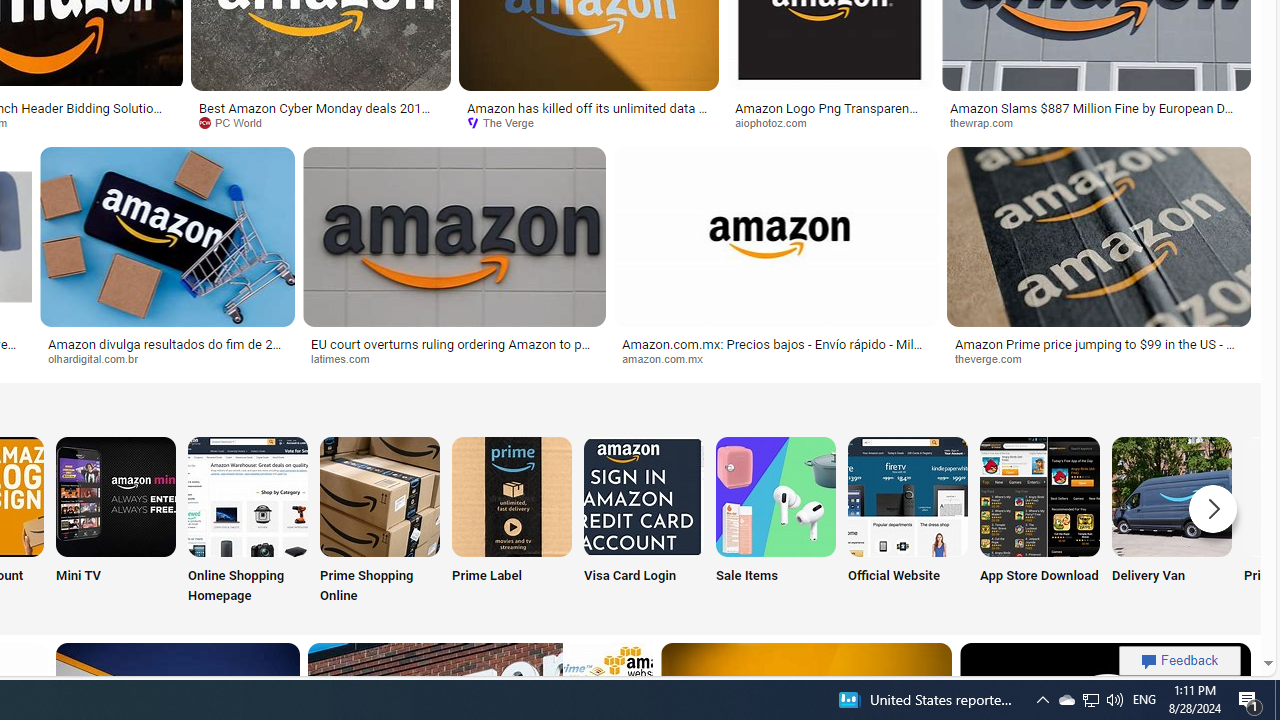  I want to click on 'Amazon Prime Shopping Online', so click(380, 495).